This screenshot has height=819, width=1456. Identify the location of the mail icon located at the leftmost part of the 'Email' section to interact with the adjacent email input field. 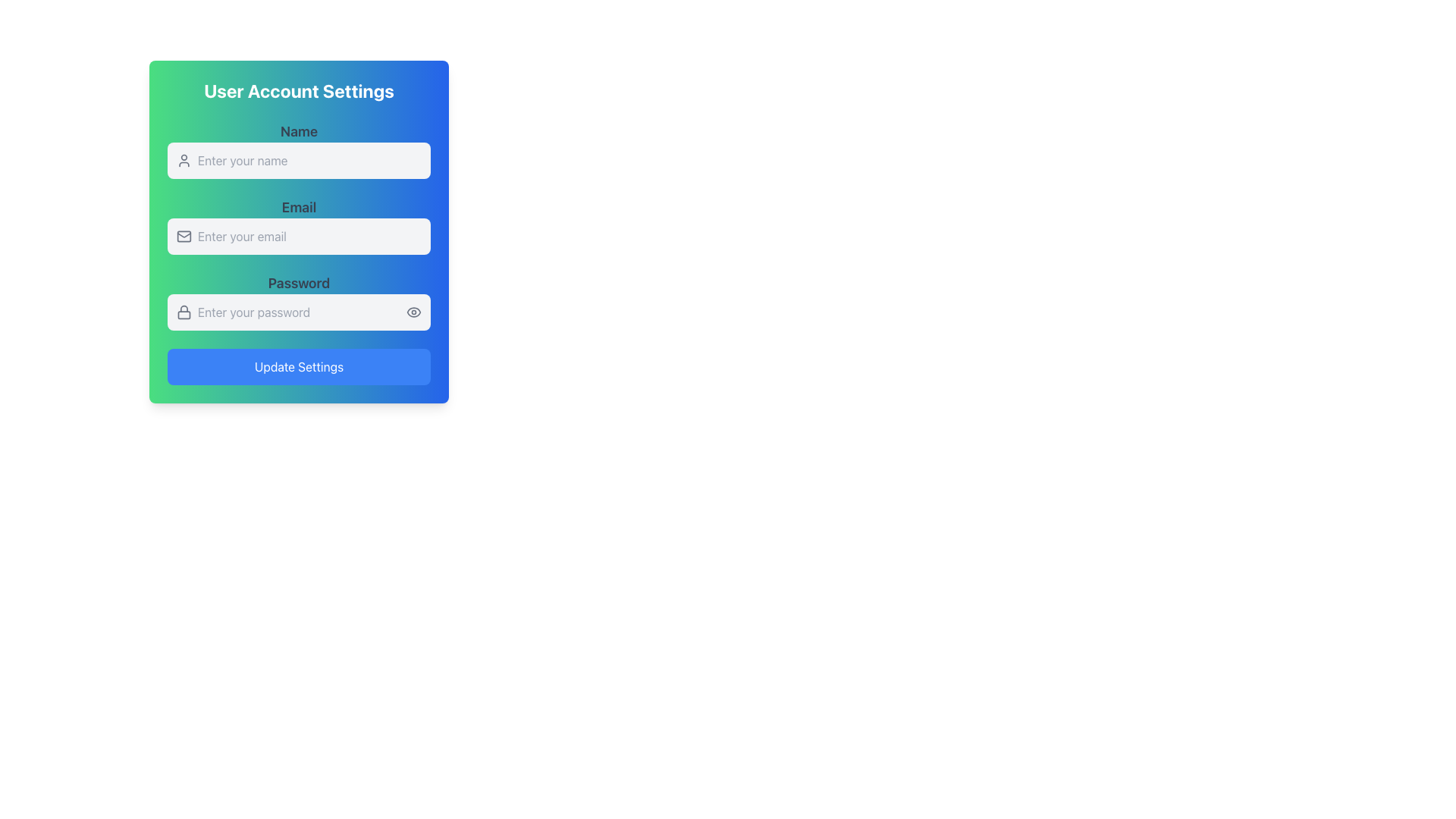
(184, 237).